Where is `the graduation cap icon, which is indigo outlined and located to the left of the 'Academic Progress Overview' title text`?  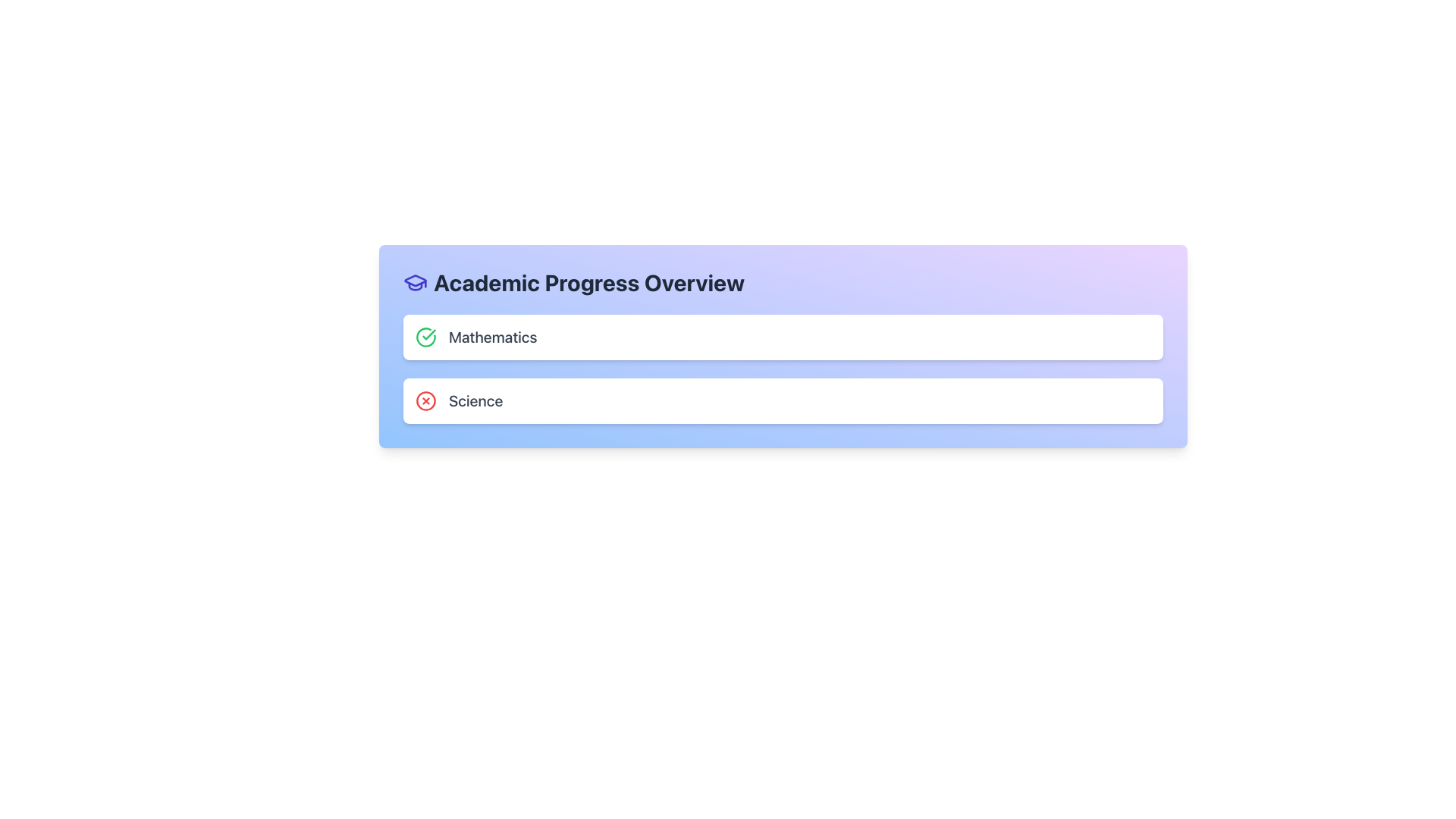 the graduation cap icon, which is indigo outlined and located to the left of the 'Academic Progress Overview' title text is located at coordinates (415, 283).